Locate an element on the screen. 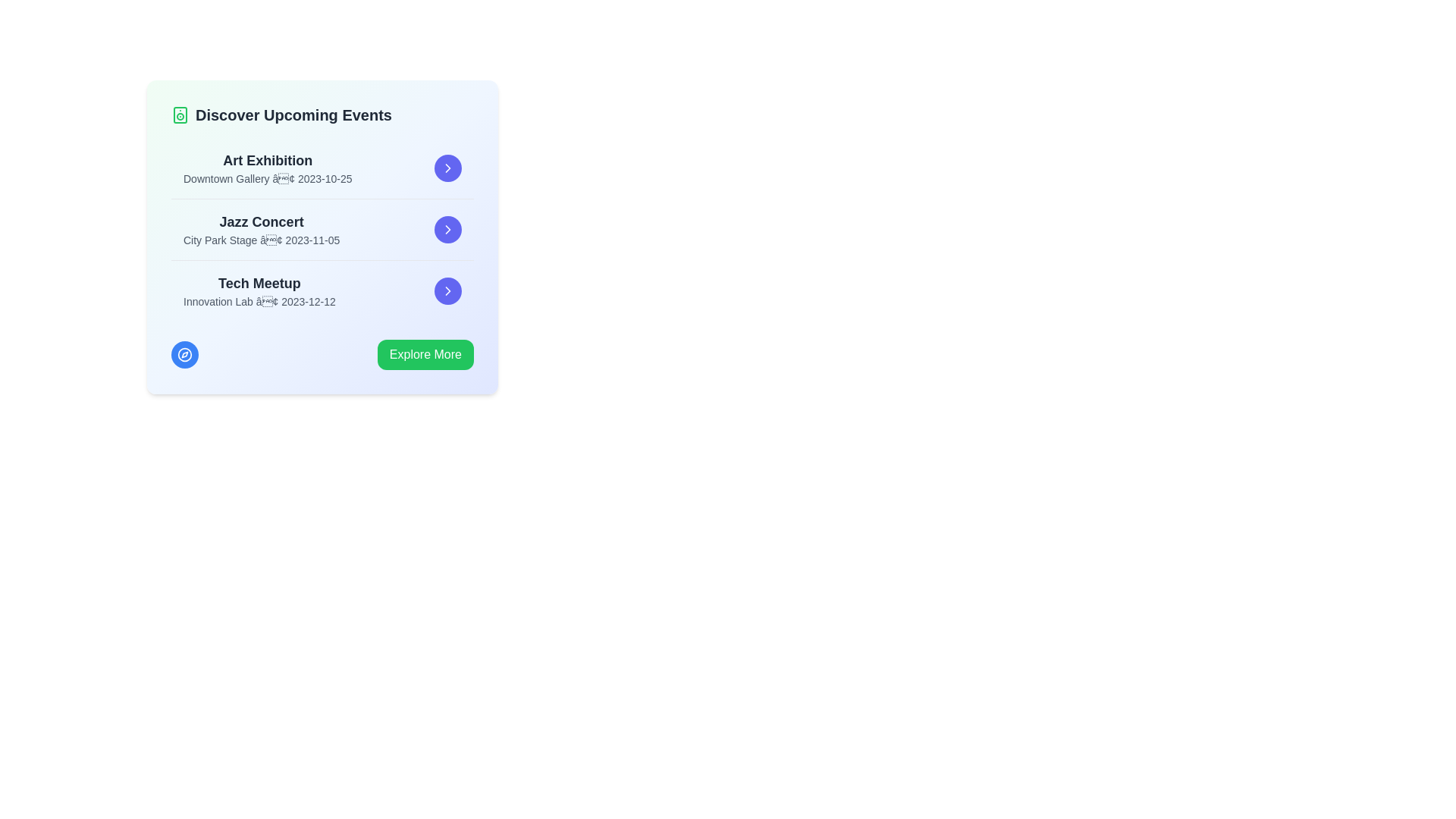 This screenshot has width=1456, height=819. the event details button for Art Exhibition is located at coordinates (447, 168).